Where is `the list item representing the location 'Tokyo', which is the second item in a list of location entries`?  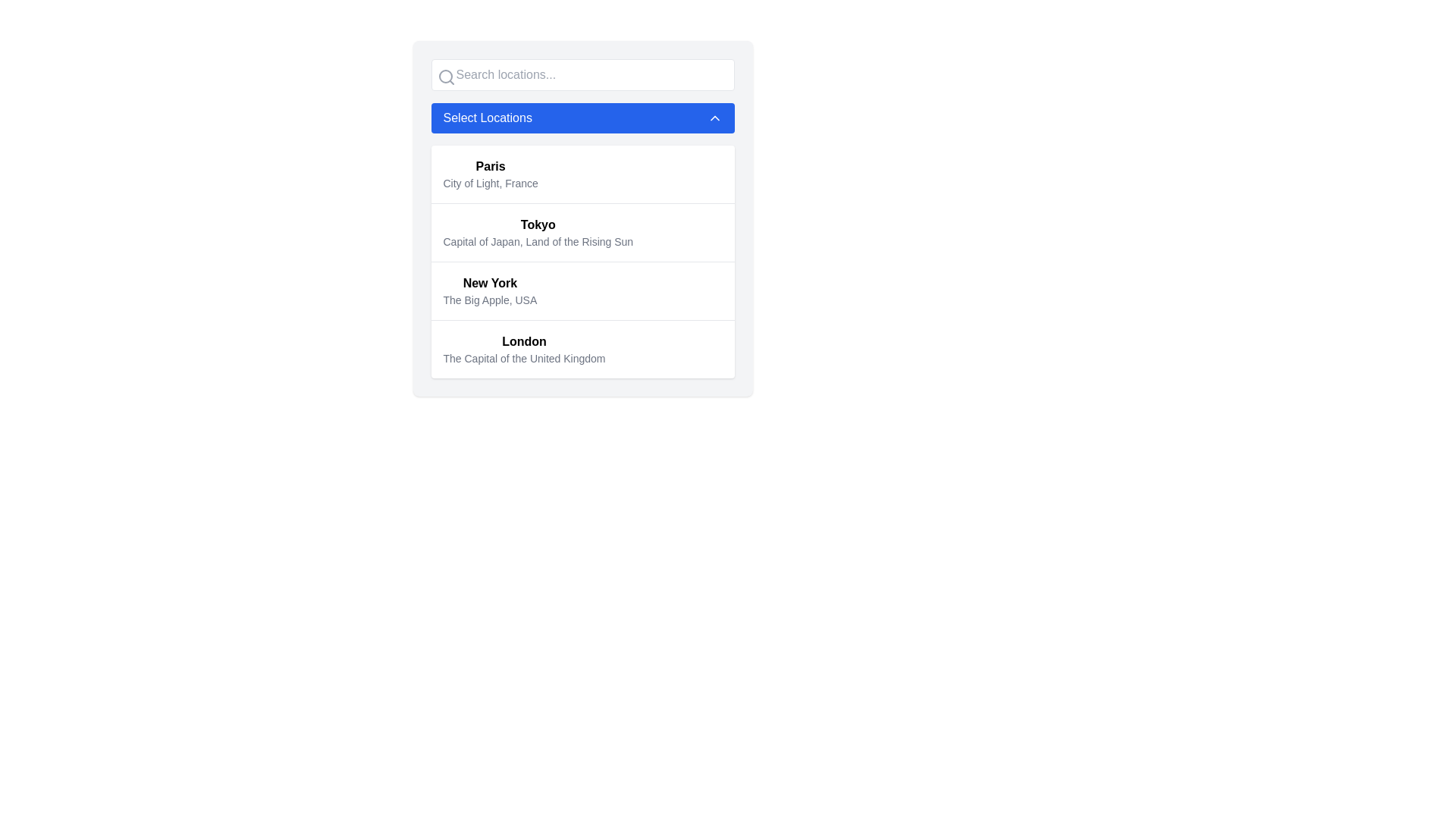 the list item representing the location 'Tokyo', which is the second item in a list of location entries is located at coordinates (538, 233).